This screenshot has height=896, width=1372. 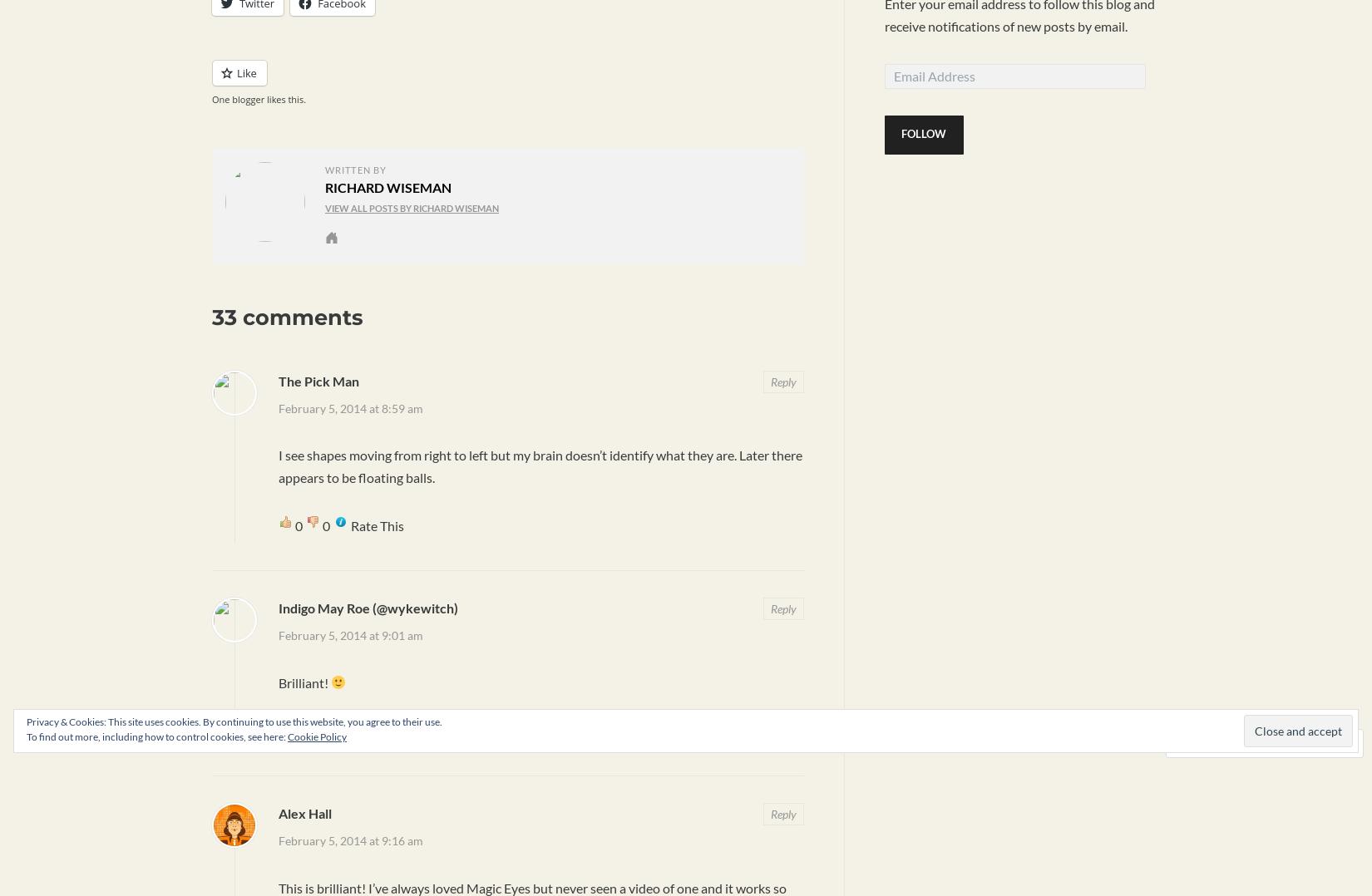 I want to click on 'Brilliant!', so click(x=304, y=682).